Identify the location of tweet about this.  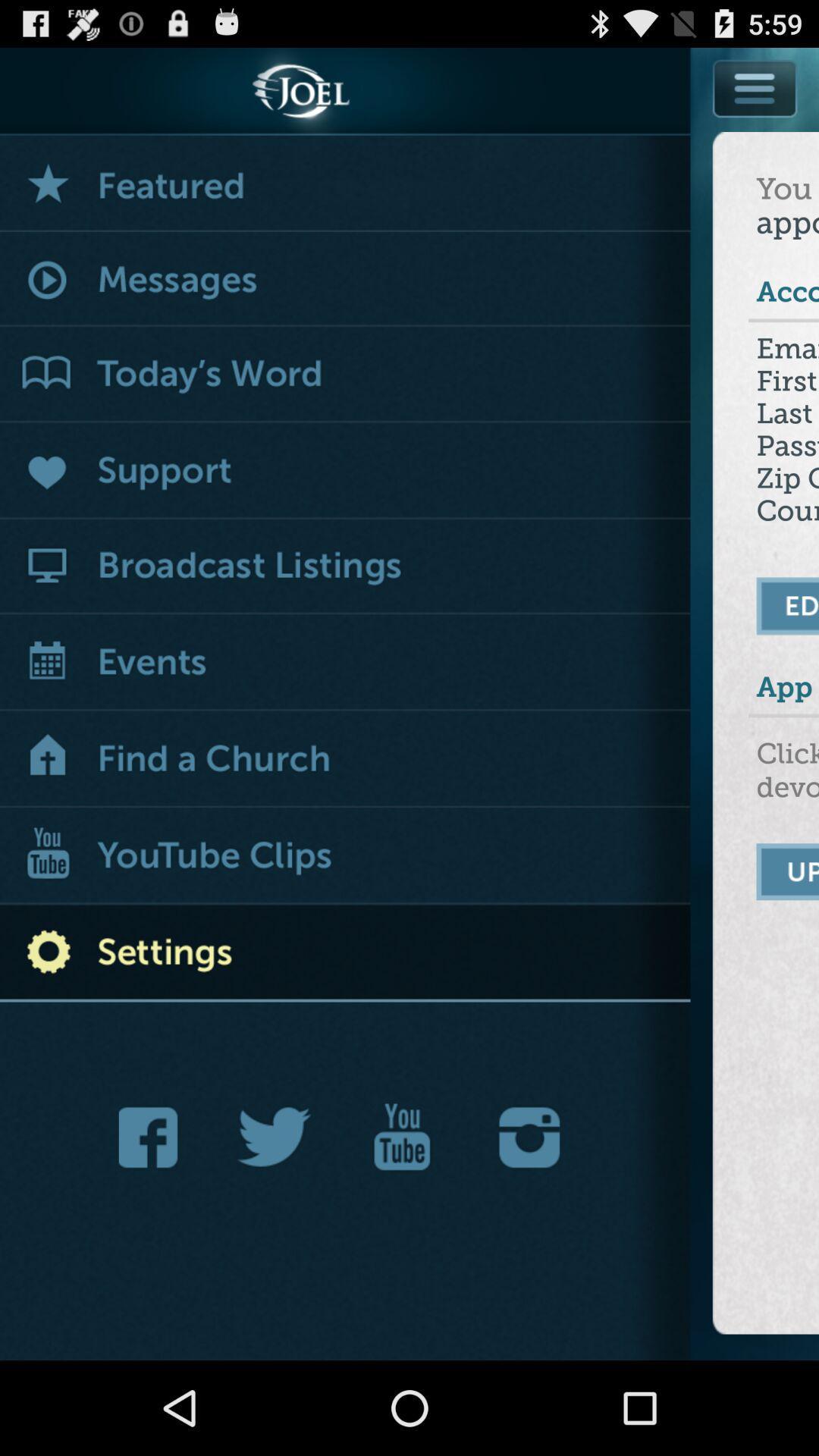
(275, 1137).